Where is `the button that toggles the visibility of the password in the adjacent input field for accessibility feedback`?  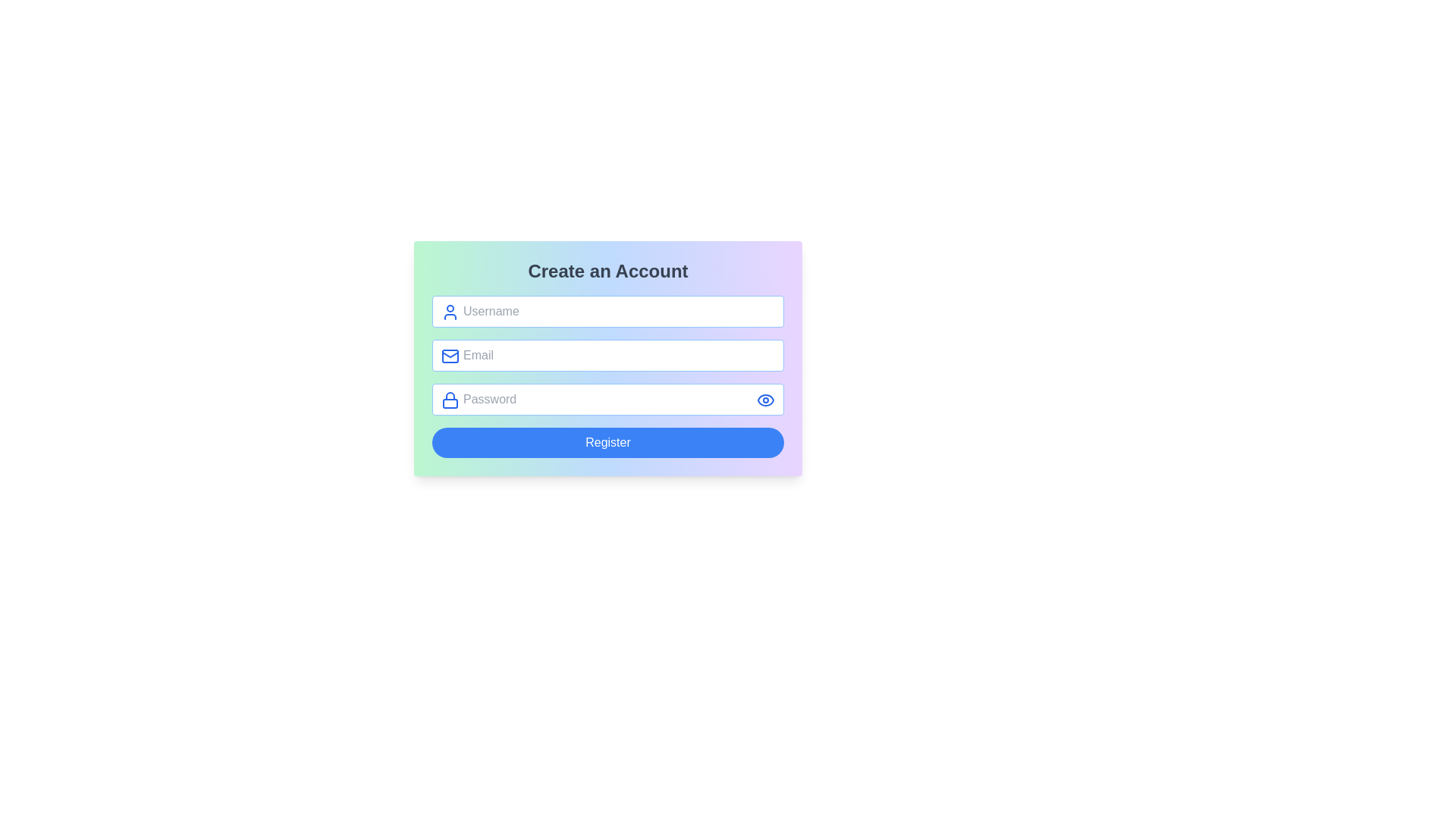 the button that toggles the visibility of the password in the adjacent input field for accessibility feedback is located at coordinates (765, 400).